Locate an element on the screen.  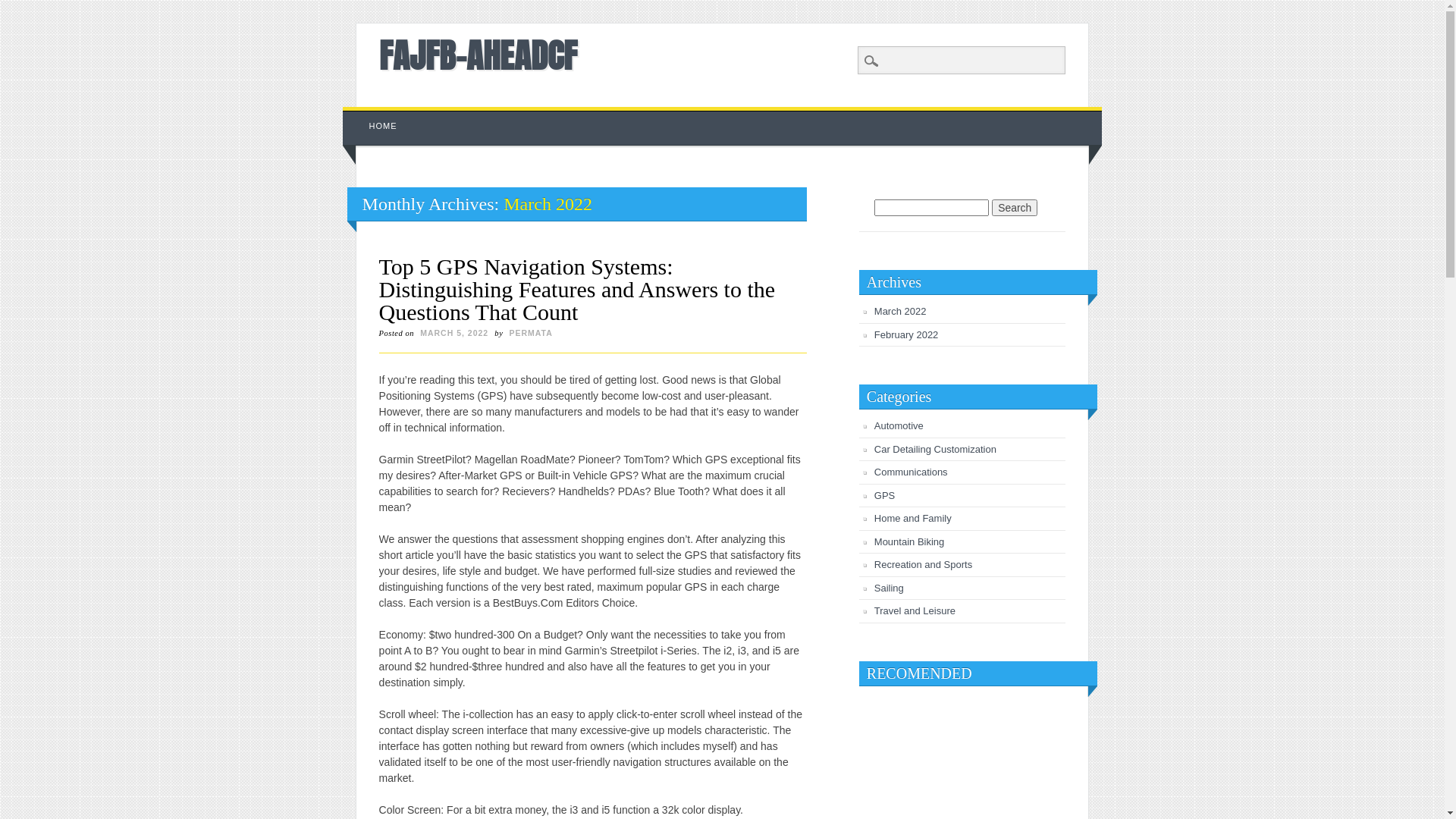
'March 2022' is located at coordinates (874, 310).